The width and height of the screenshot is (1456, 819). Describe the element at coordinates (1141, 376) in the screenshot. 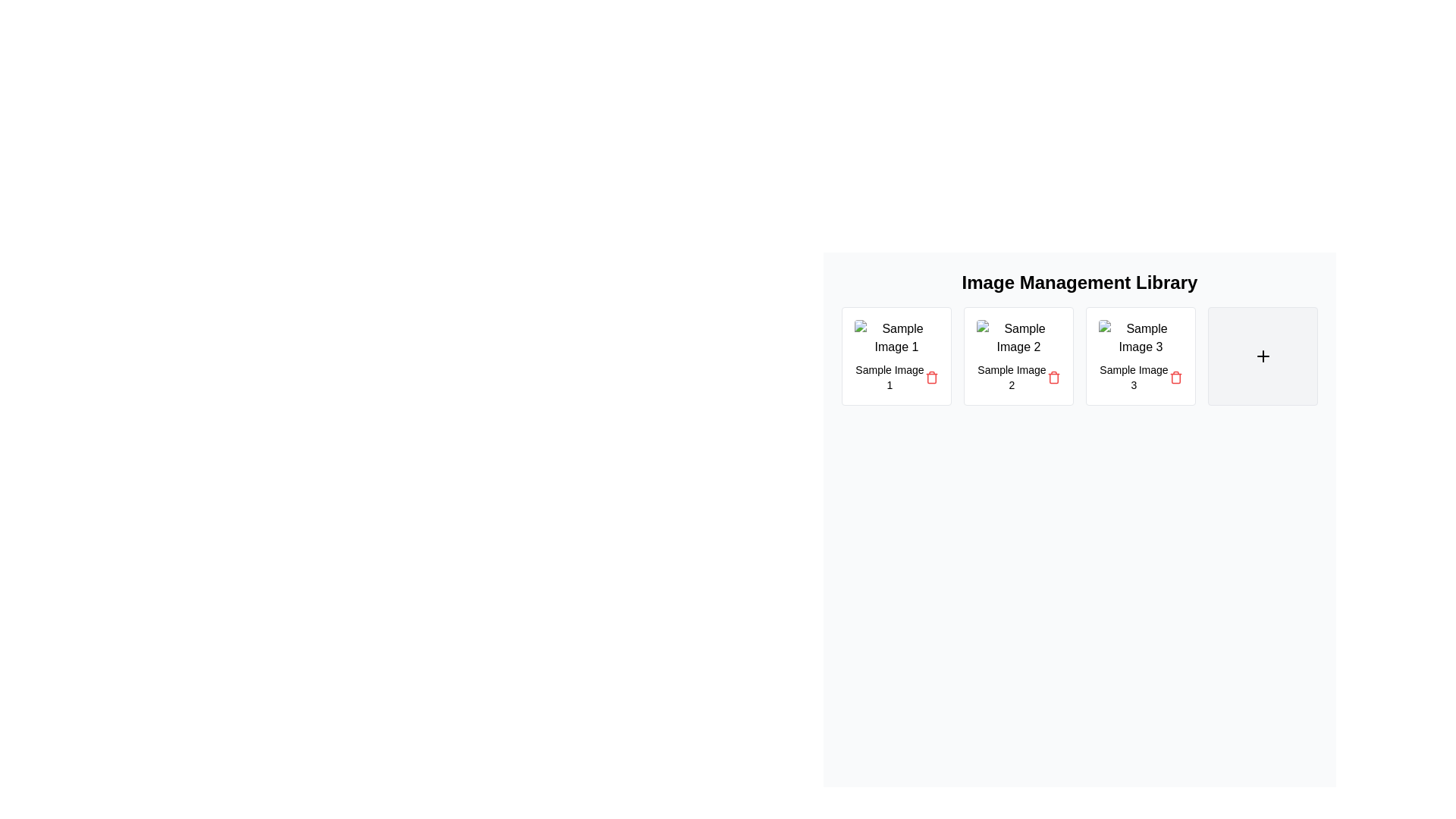

I see `the text display located below 'Sample Image 3' in the image management interface` at that location.